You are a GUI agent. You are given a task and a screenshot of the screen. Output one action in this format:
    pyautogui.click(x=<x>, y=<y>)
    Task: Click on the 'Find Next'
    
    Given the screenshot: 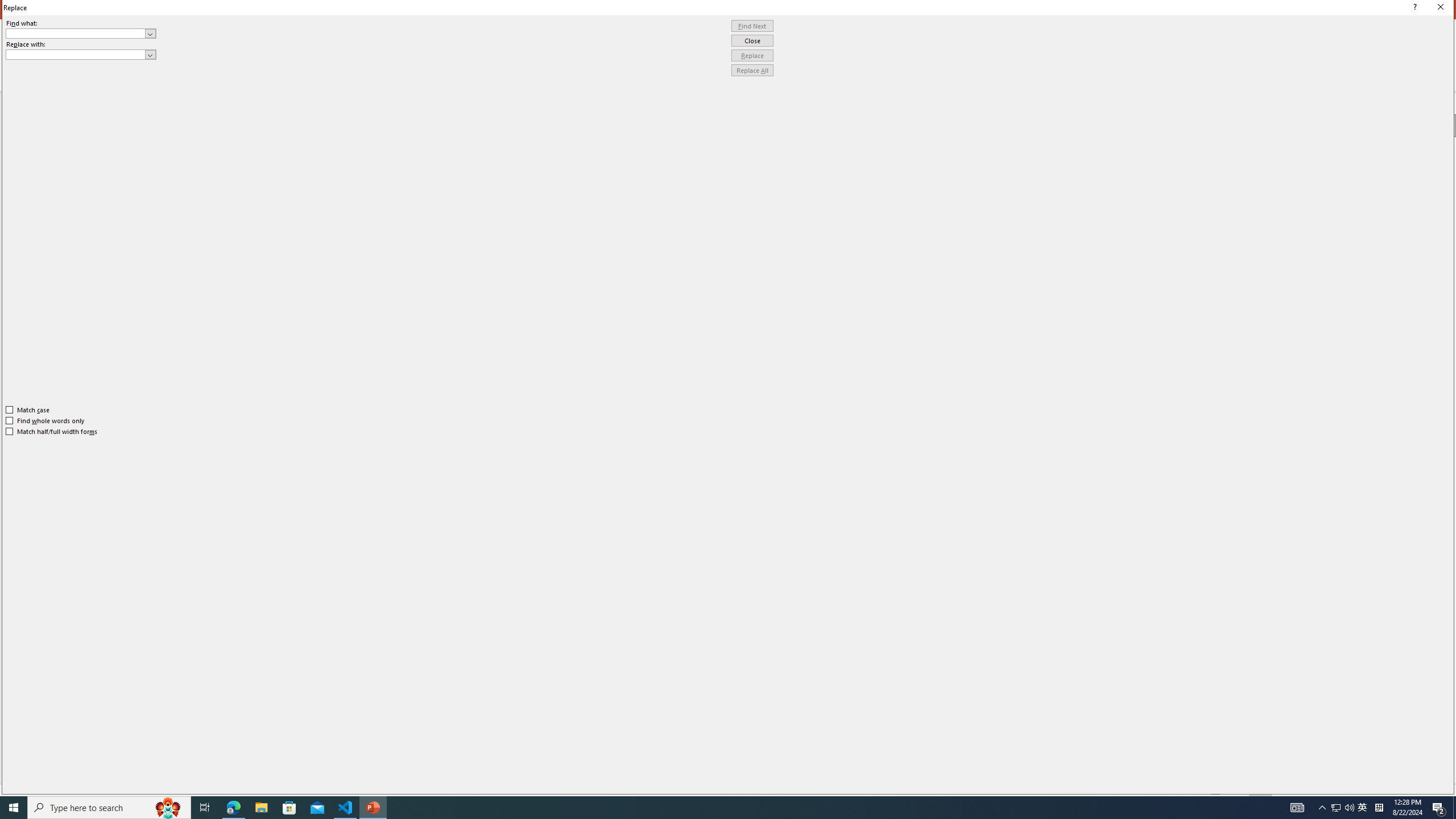 What is the action you would take?
    pyautogui.click(x=752, y=26)
    